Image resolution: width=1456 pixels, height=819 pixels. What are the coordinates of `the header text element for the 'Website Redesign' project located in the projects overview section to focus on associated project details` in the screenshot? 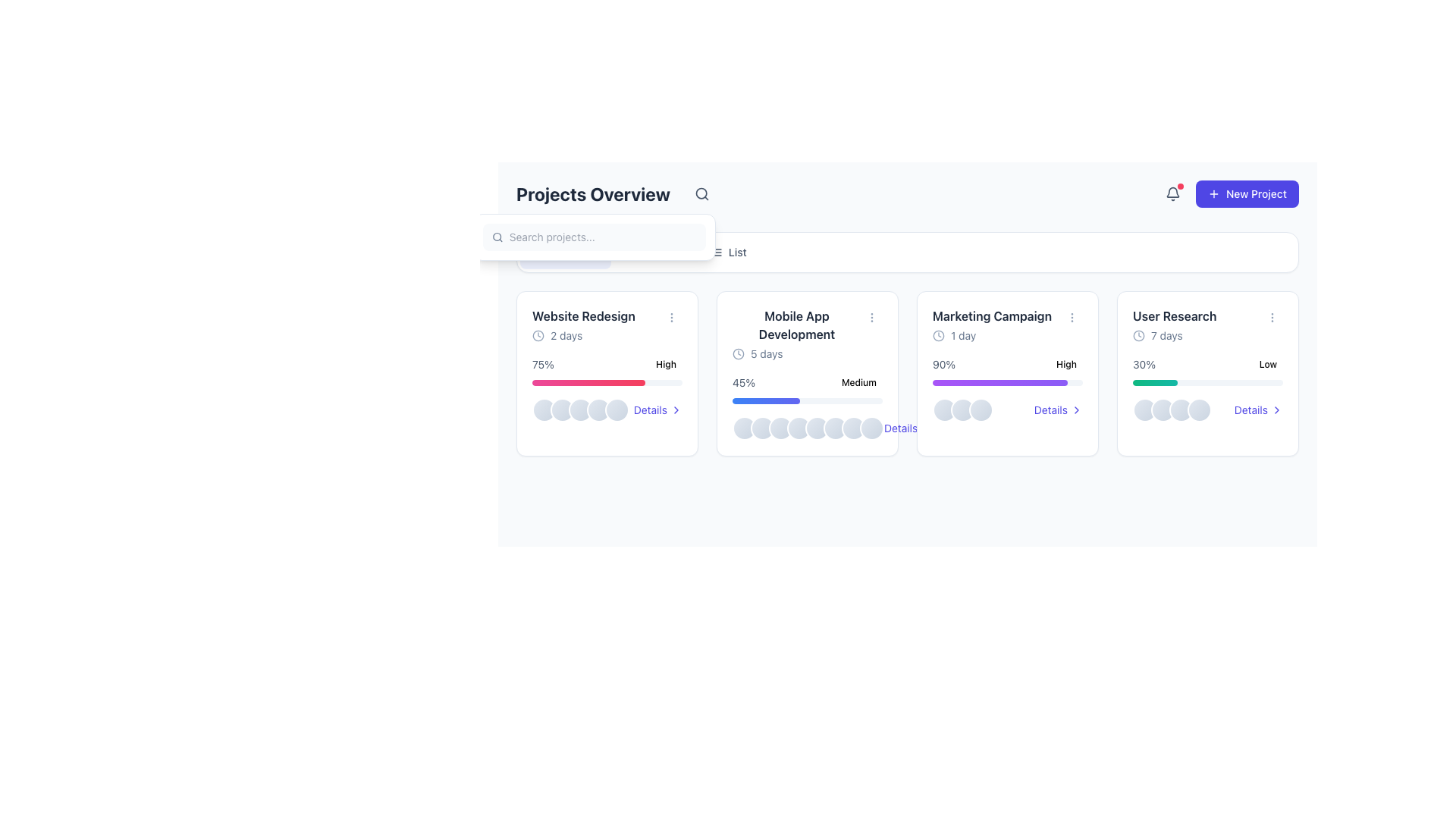 It's located at (607, 324).